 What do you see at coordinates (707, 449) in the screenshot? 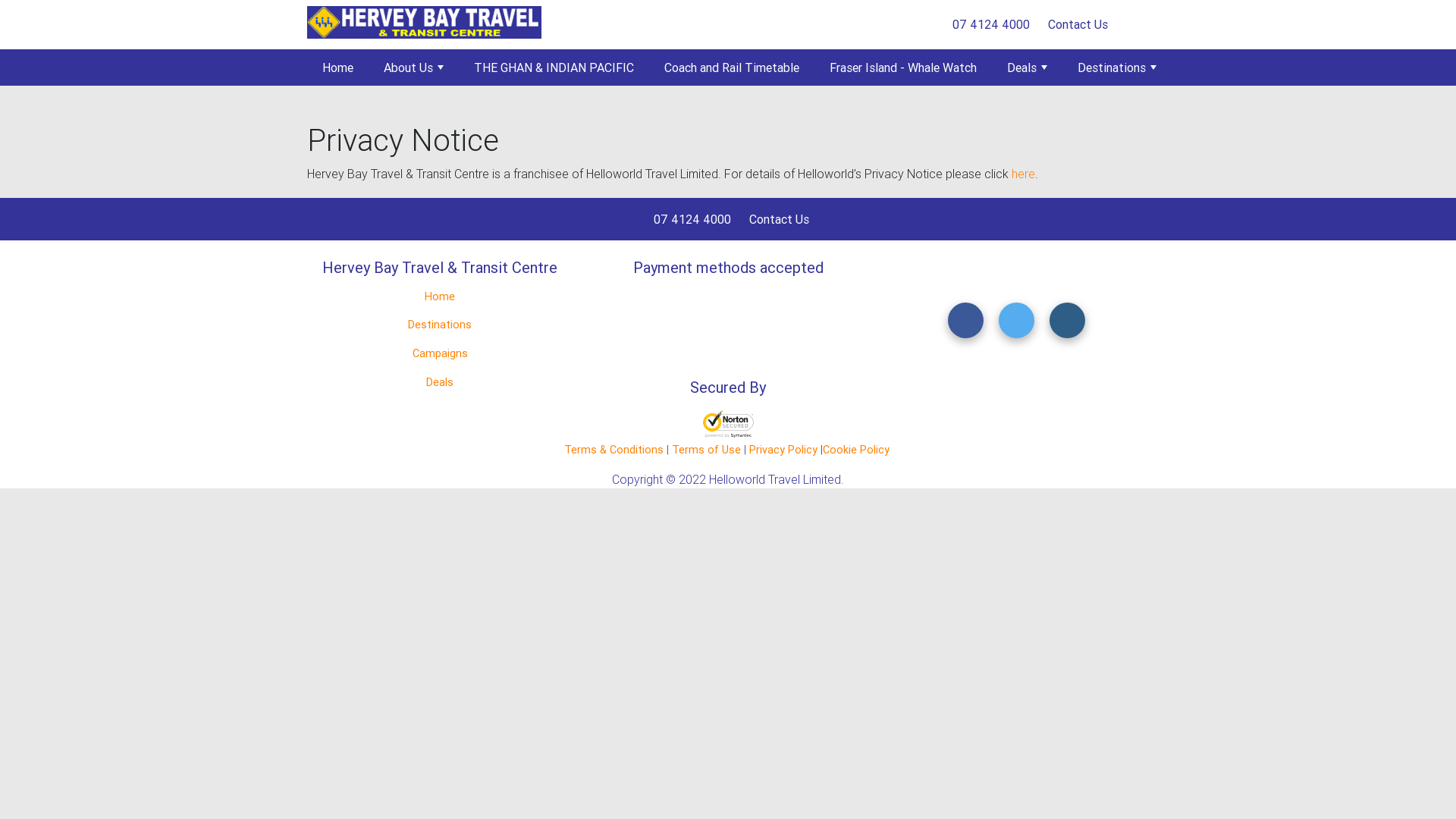
I see `'Terms of Use'` at bounding box center [707, 449].